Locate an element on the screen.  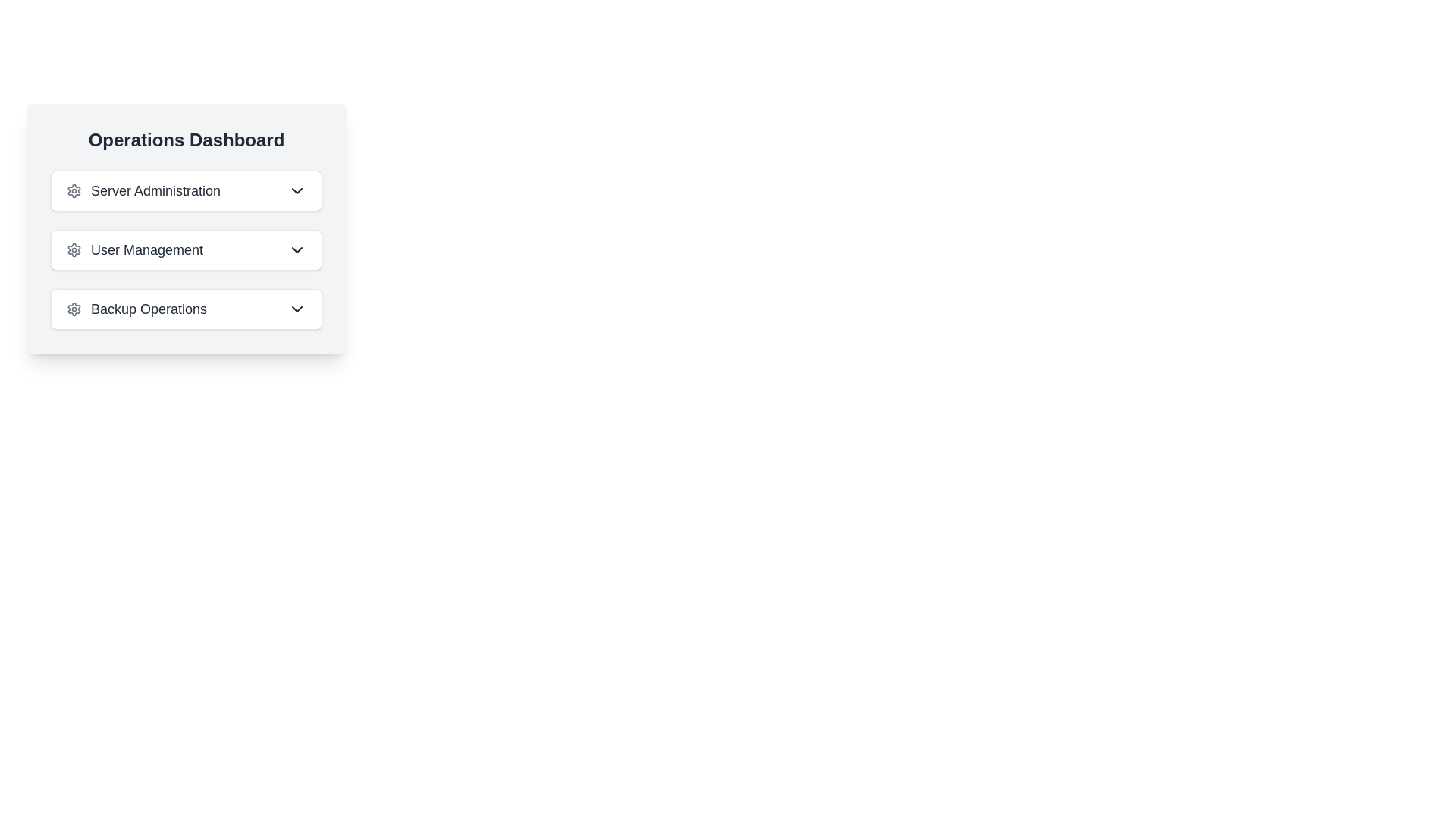
the action item Server Administration to reveal additional information is located at coordinates (185, 190).